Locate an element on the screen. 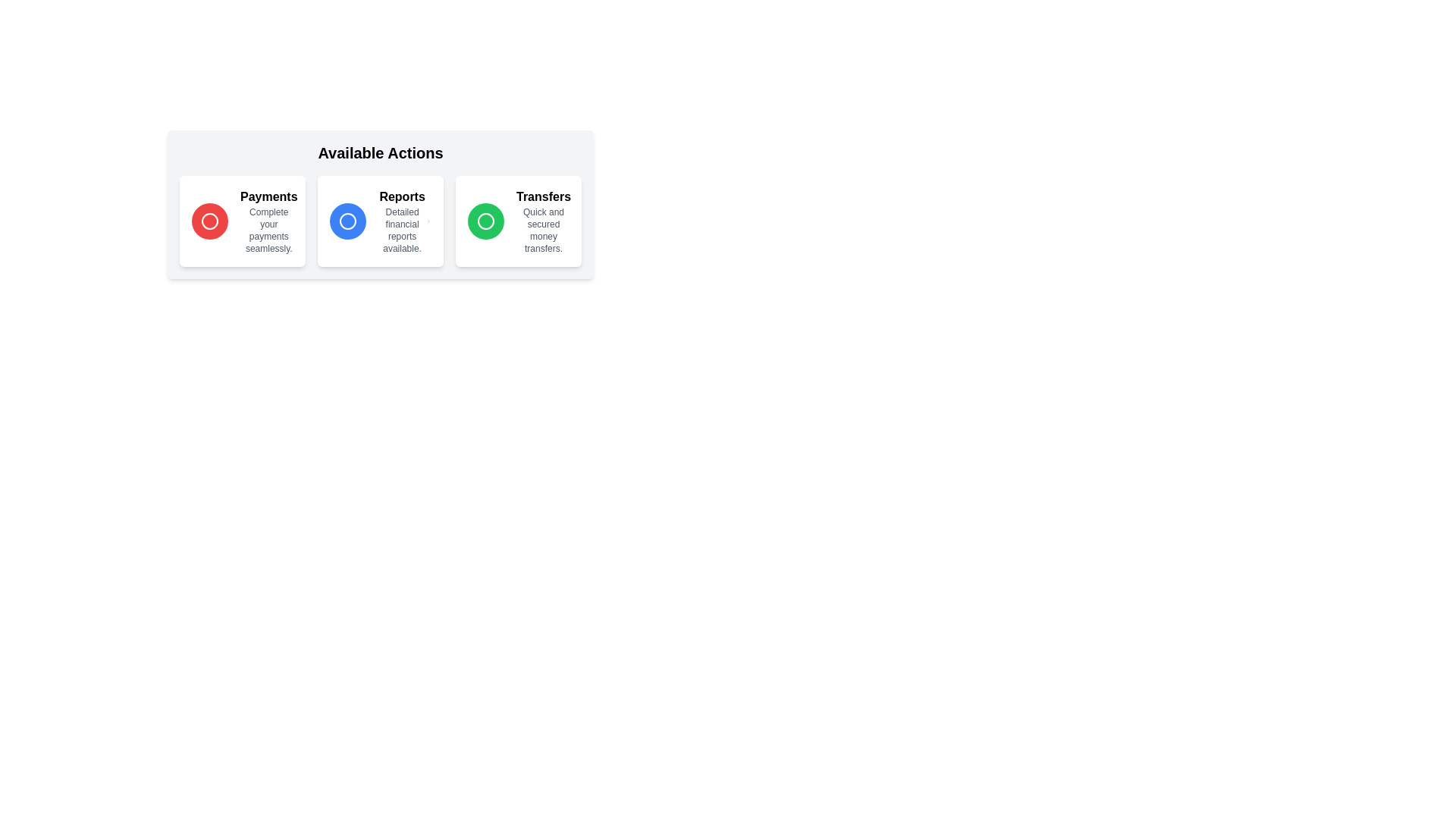 Image resolution: width=1456 pixels, height=819 pixels. the selectable money transfer Card located as the third card in the 'Available Actions' section, positioned to the right of the 'Payments' and 'Reports' cards is located at coordinates (519, 221).